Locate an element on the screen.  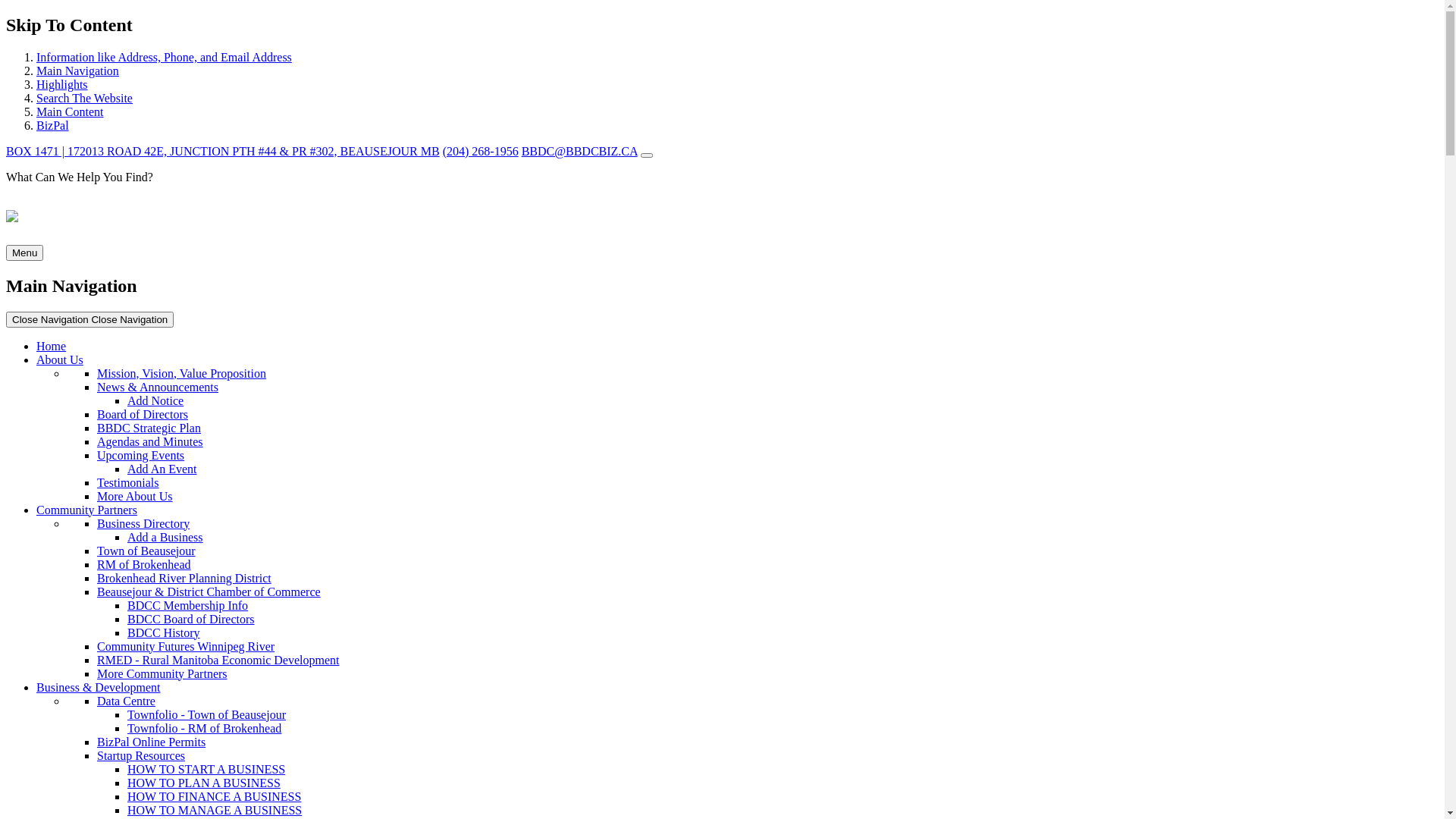
'News & Announcements' is located at coordinates (157, 386).